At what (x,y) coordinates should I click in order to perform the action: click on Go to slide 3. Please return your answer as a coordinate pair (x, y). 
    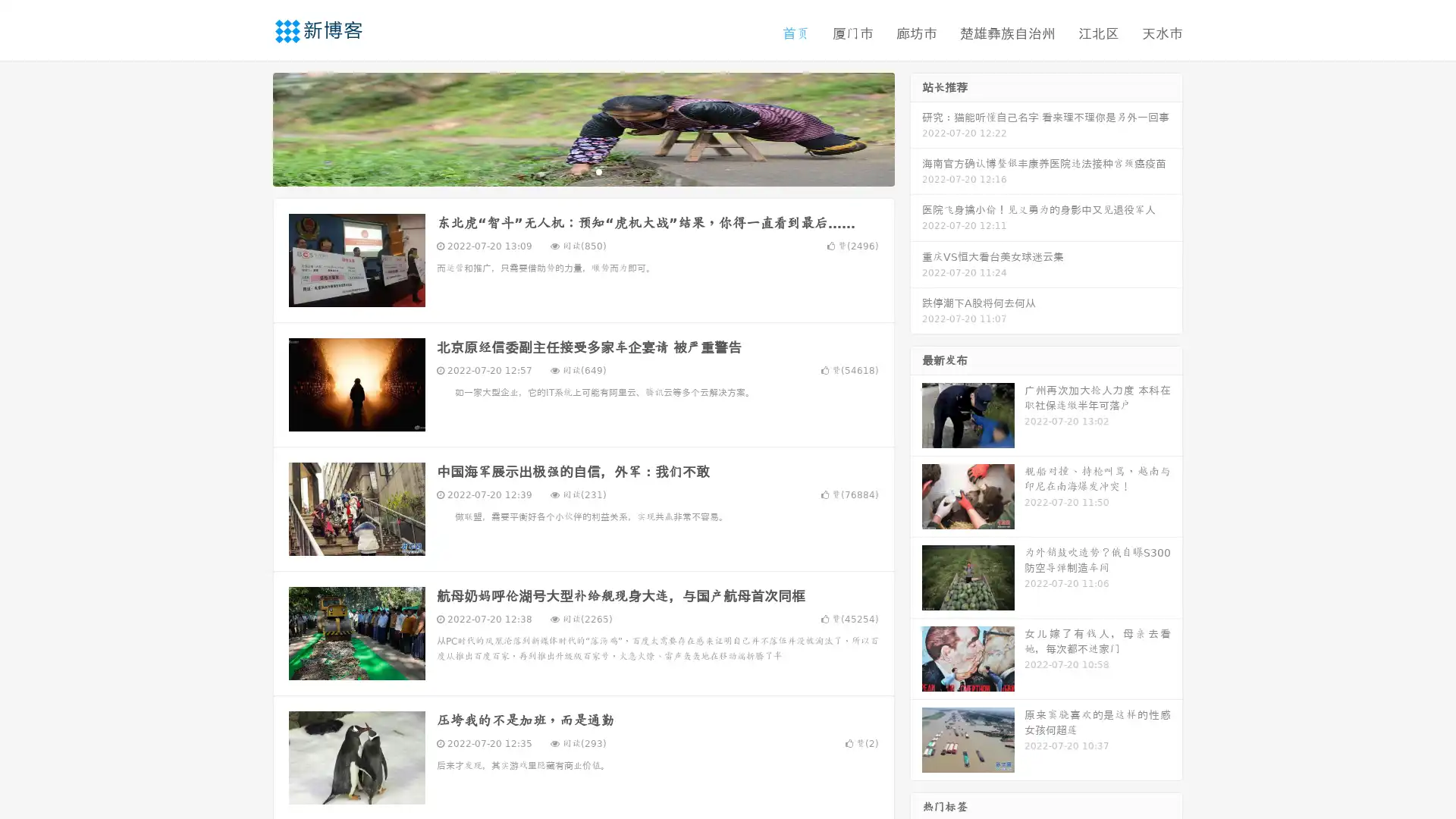
    Looking at the image, I should click on (598, 171).